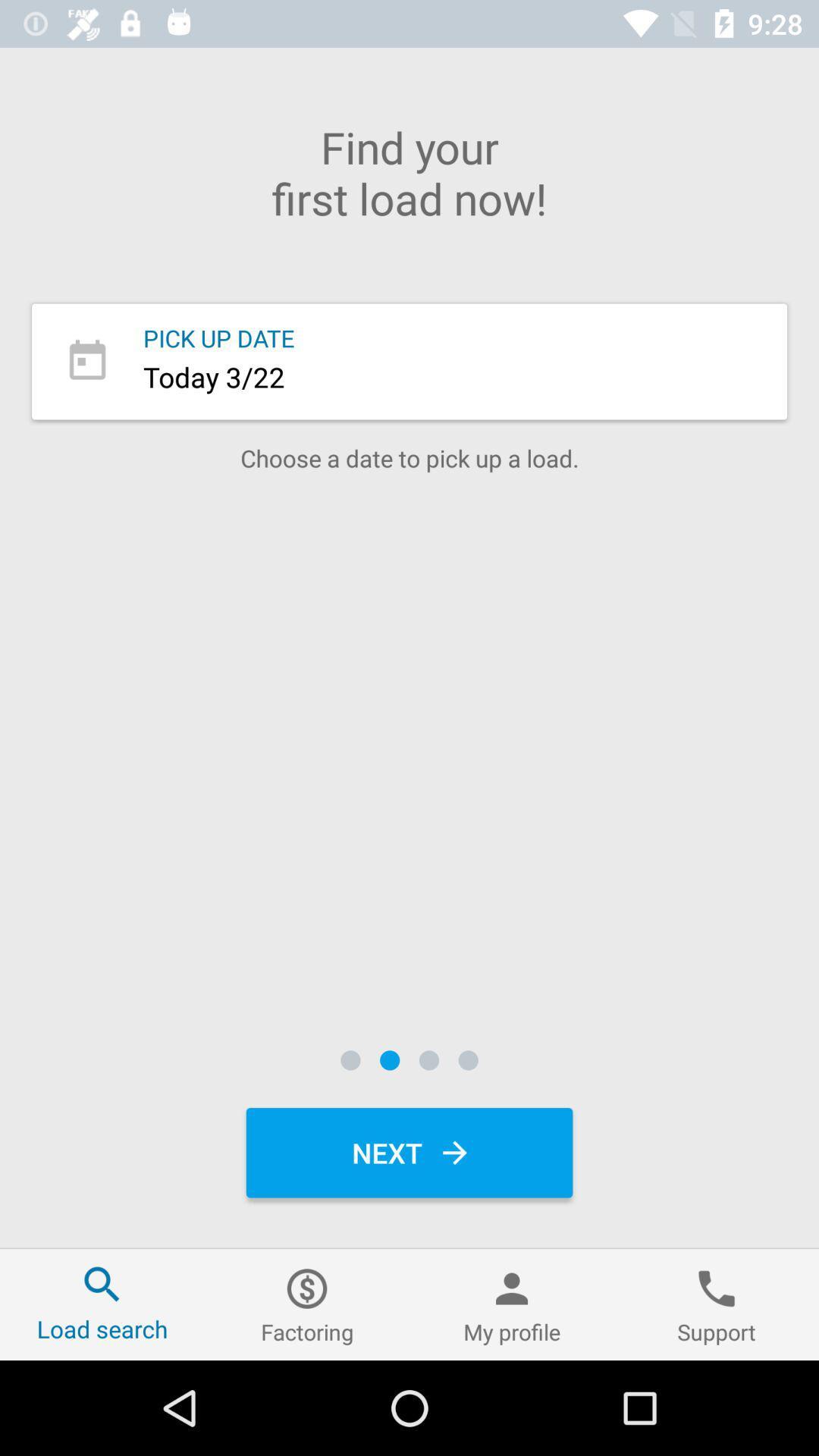  Describe the element at coordinates (307, 1304) in the screenshot. I see `the item next to the my profile item` at that location.